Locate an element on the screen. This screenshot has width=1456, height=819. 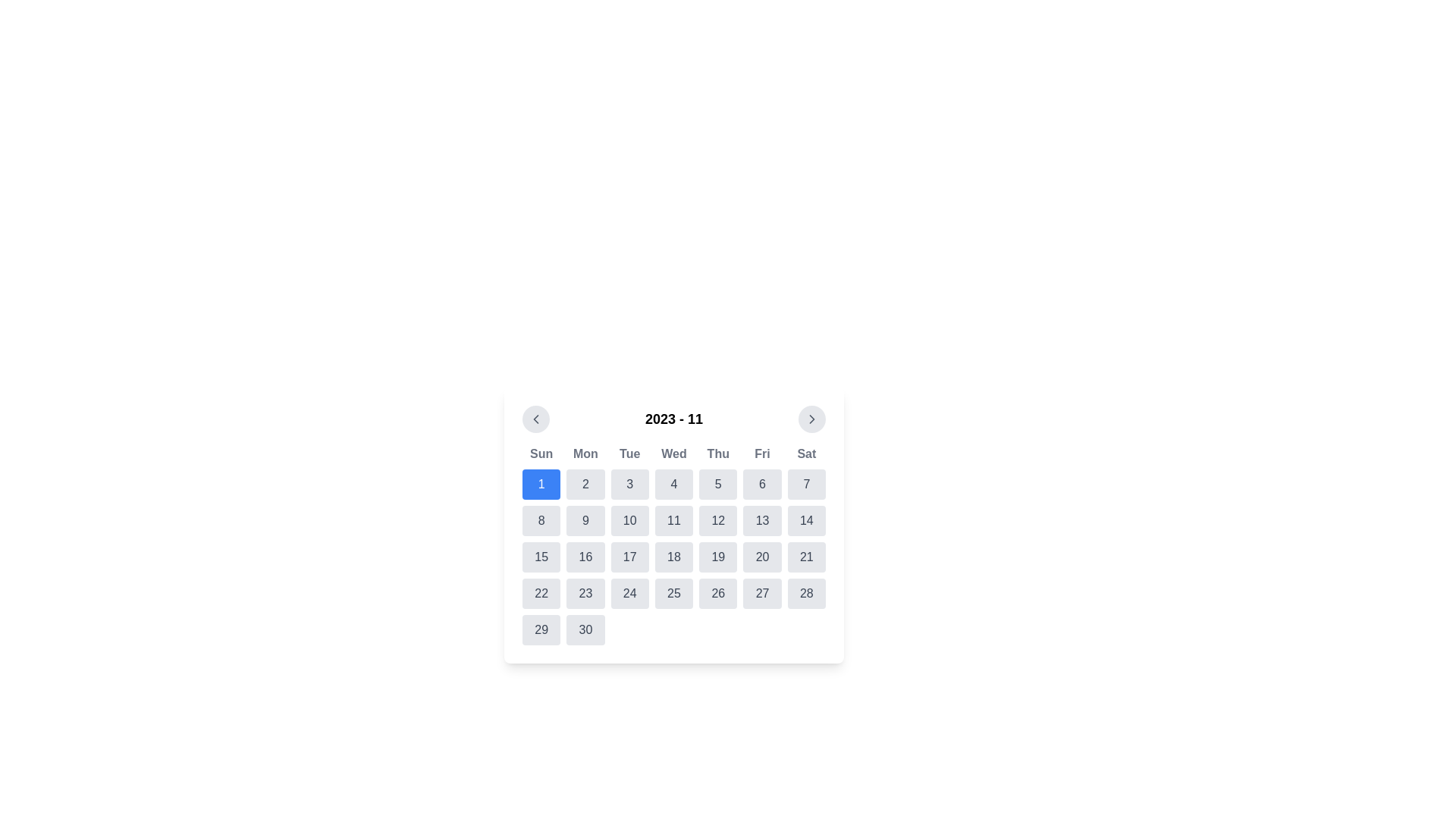
the button representing the date '14' in the calendar grid located in the sixth column of the second row is located at coordinates (805, 519).